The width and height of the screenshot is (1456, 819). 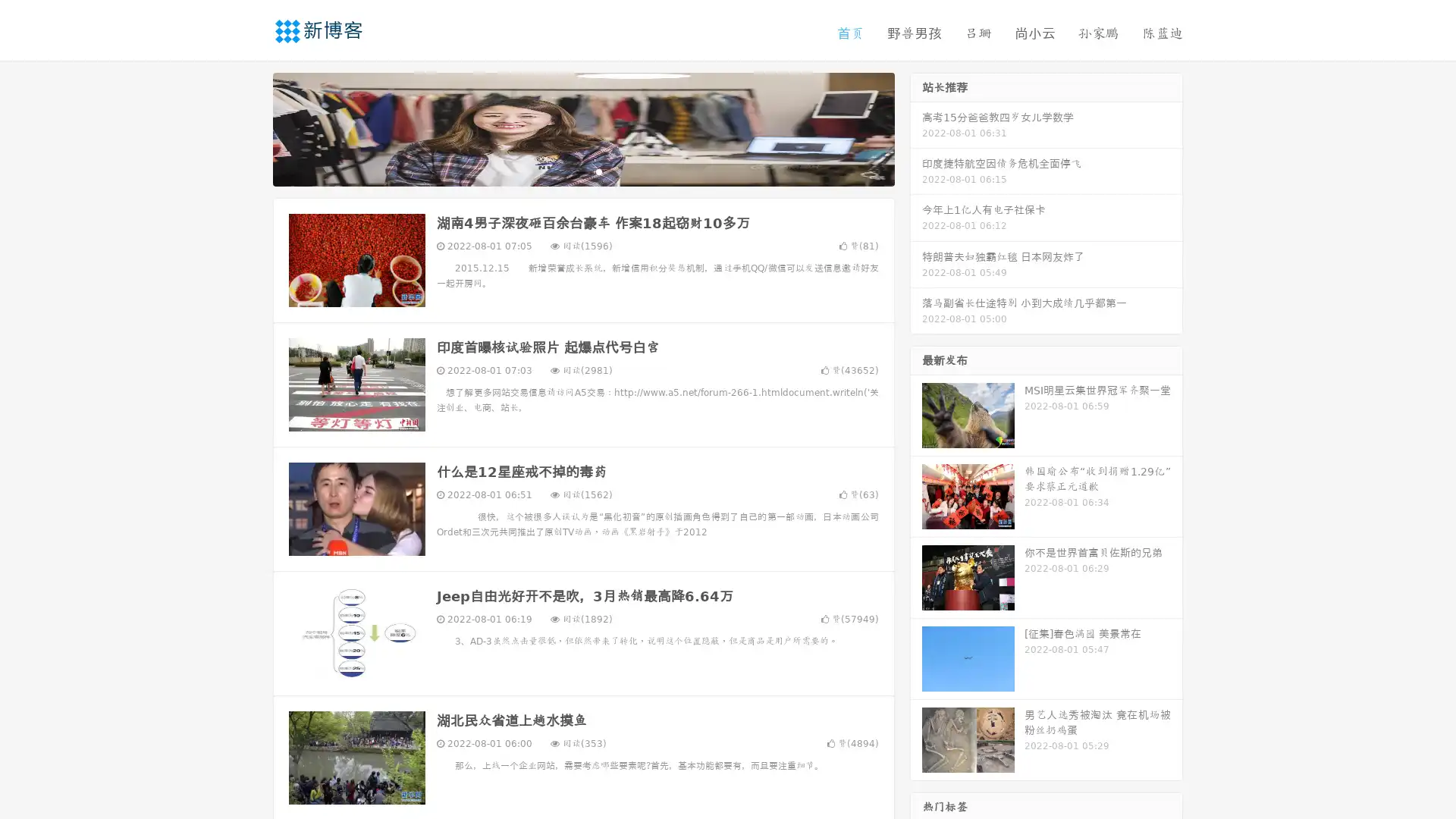 I want to click on Go to slide 3, so click(x=598, y=171).